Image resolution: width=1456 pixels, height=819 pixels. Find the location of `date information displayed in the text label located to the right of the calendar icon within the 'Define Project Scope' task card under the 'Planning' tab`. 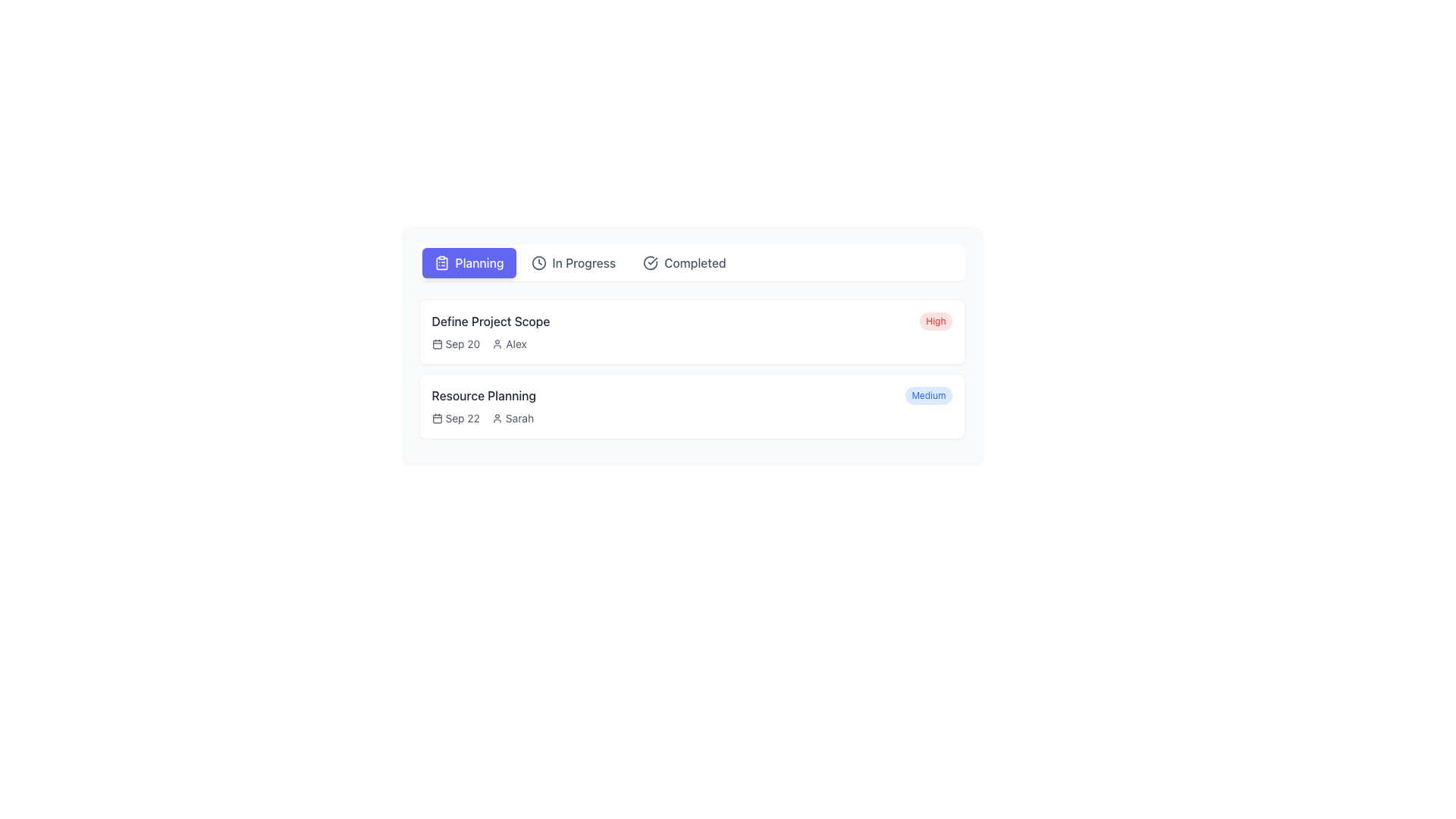

date information displayed in the text label located to the right of the calendar icon within the 'Define Project Scope' task card under the 'Planning' tab is located at coordinates (462, 344).